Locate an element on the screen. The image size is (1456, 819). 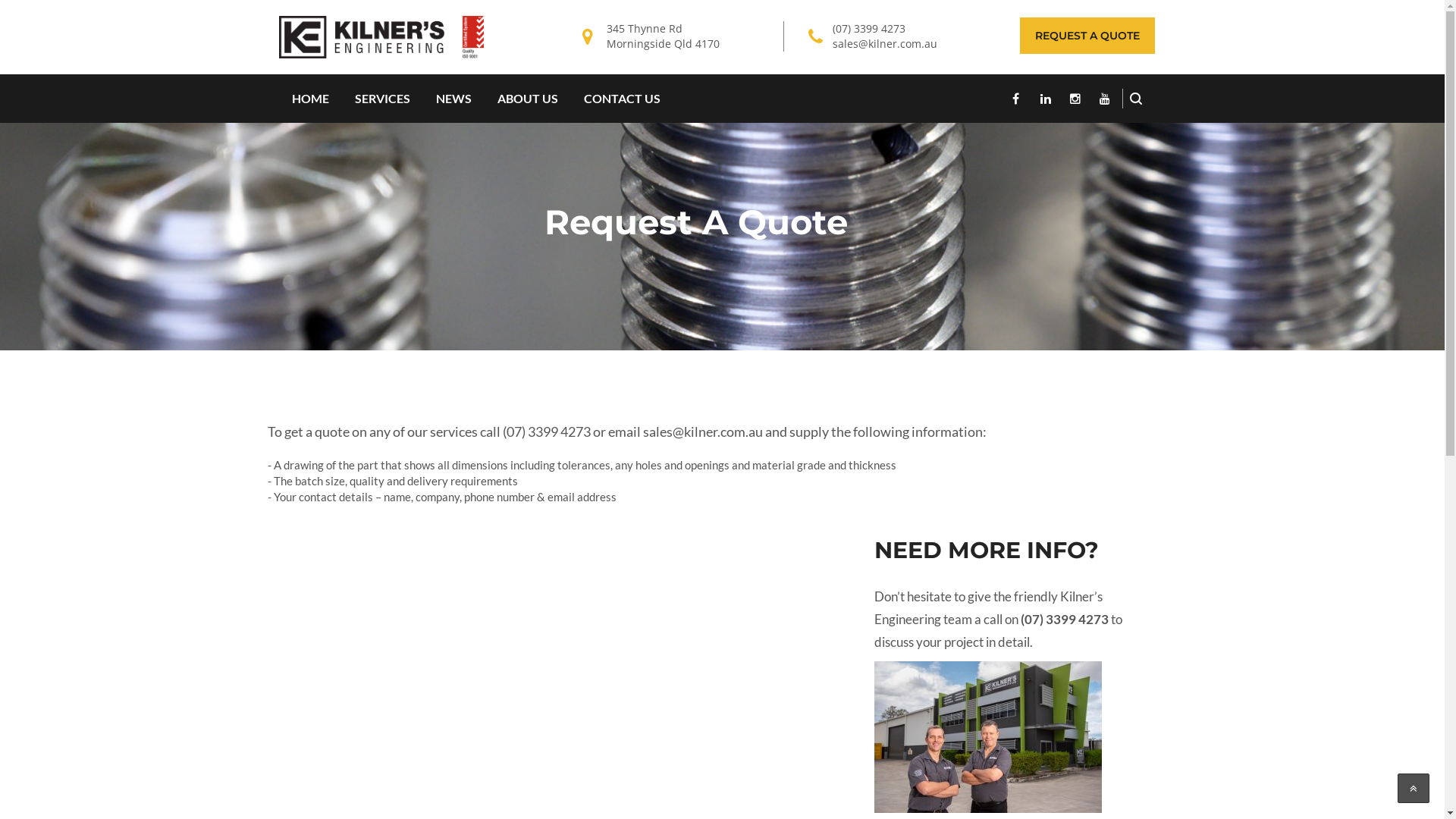
'SERVICES' is located at coordinates (381, 99).